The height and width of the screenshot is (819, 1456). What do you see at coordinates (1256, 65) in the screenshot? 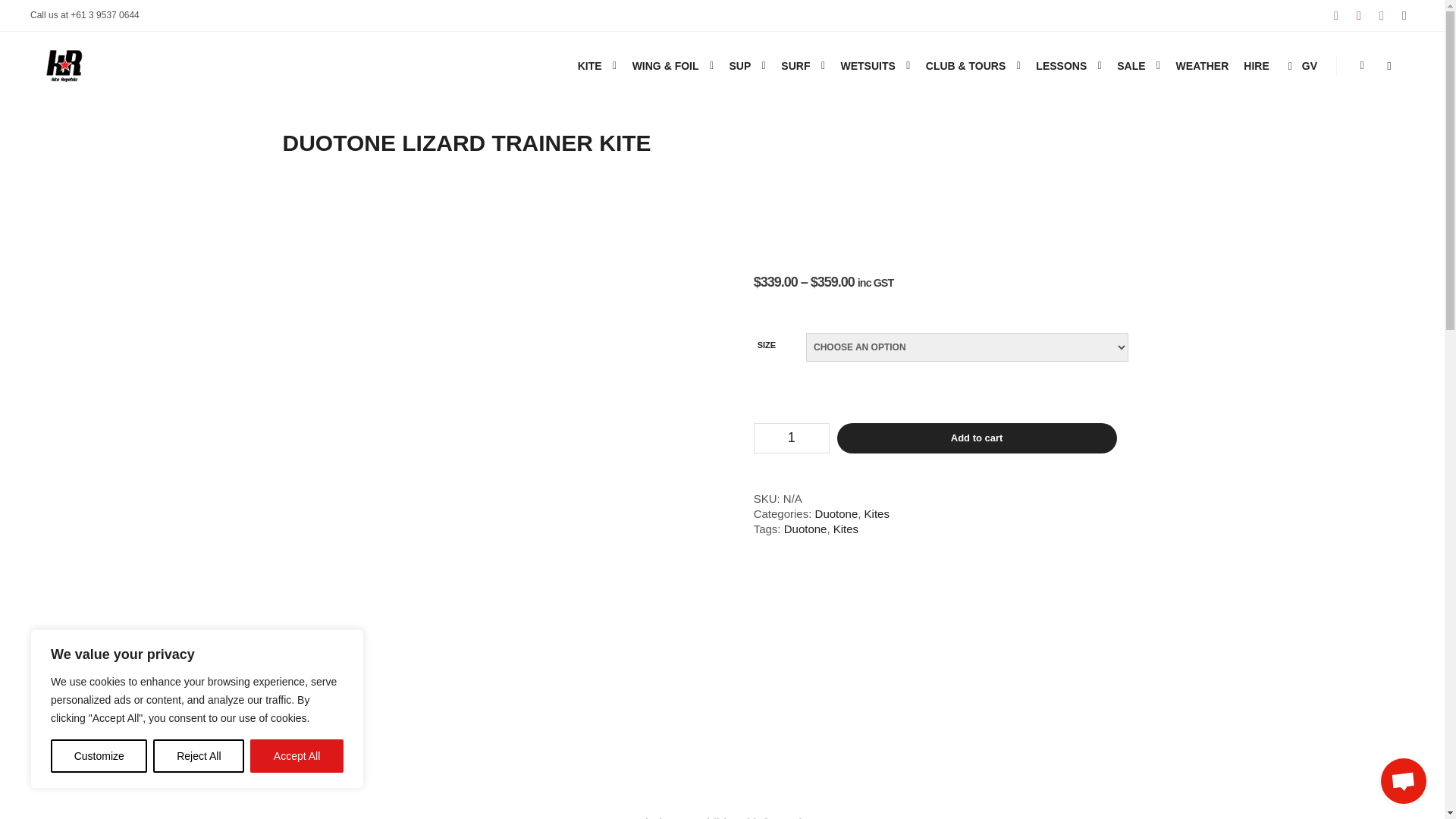
I see `'HIRE'` at bounding box center [1256, 65].